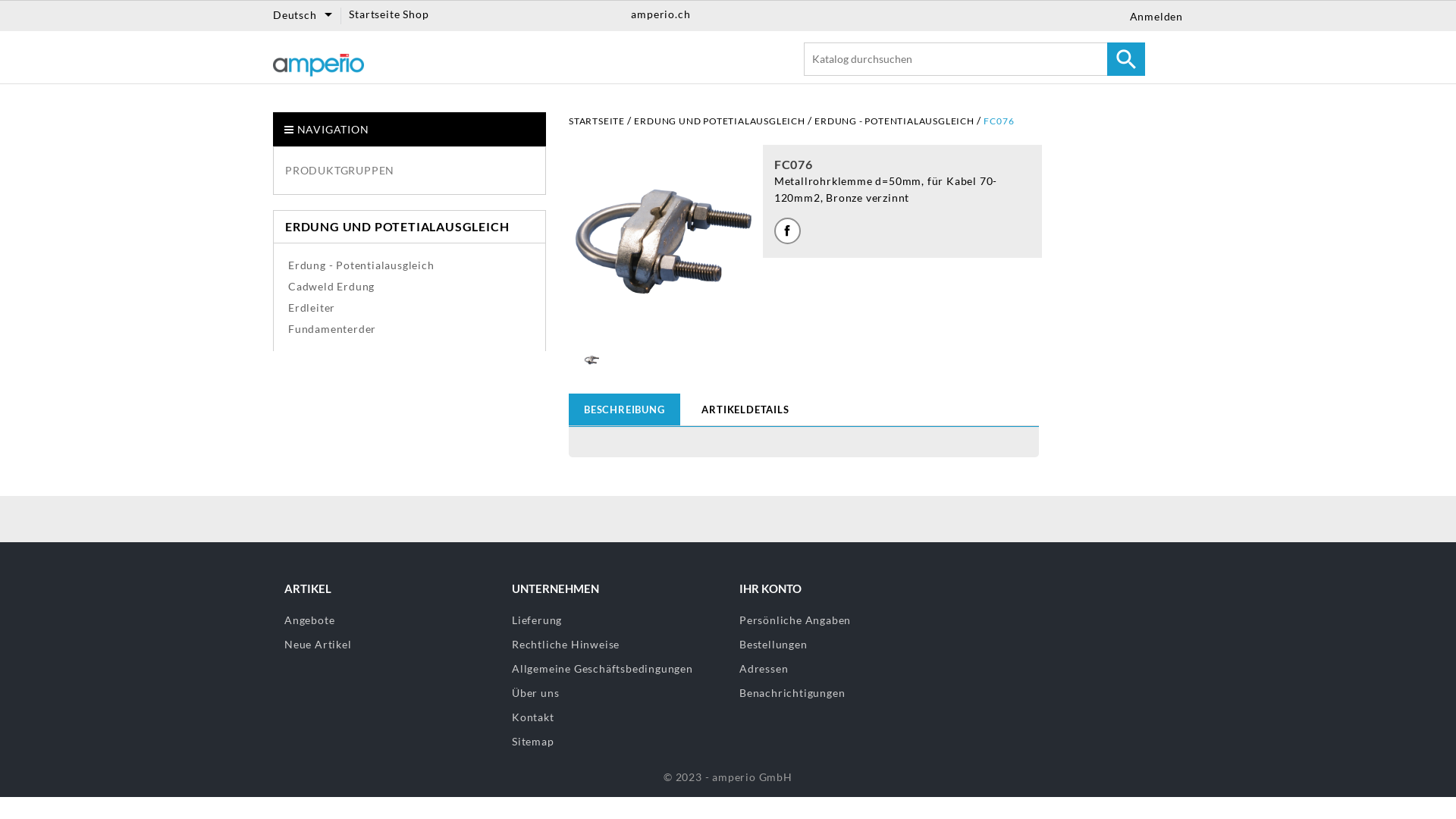 The image size is (1456, 819). Describe the element at coordinates (773, 644) in the screenshot. I see `'Bestellungen'` at that location.